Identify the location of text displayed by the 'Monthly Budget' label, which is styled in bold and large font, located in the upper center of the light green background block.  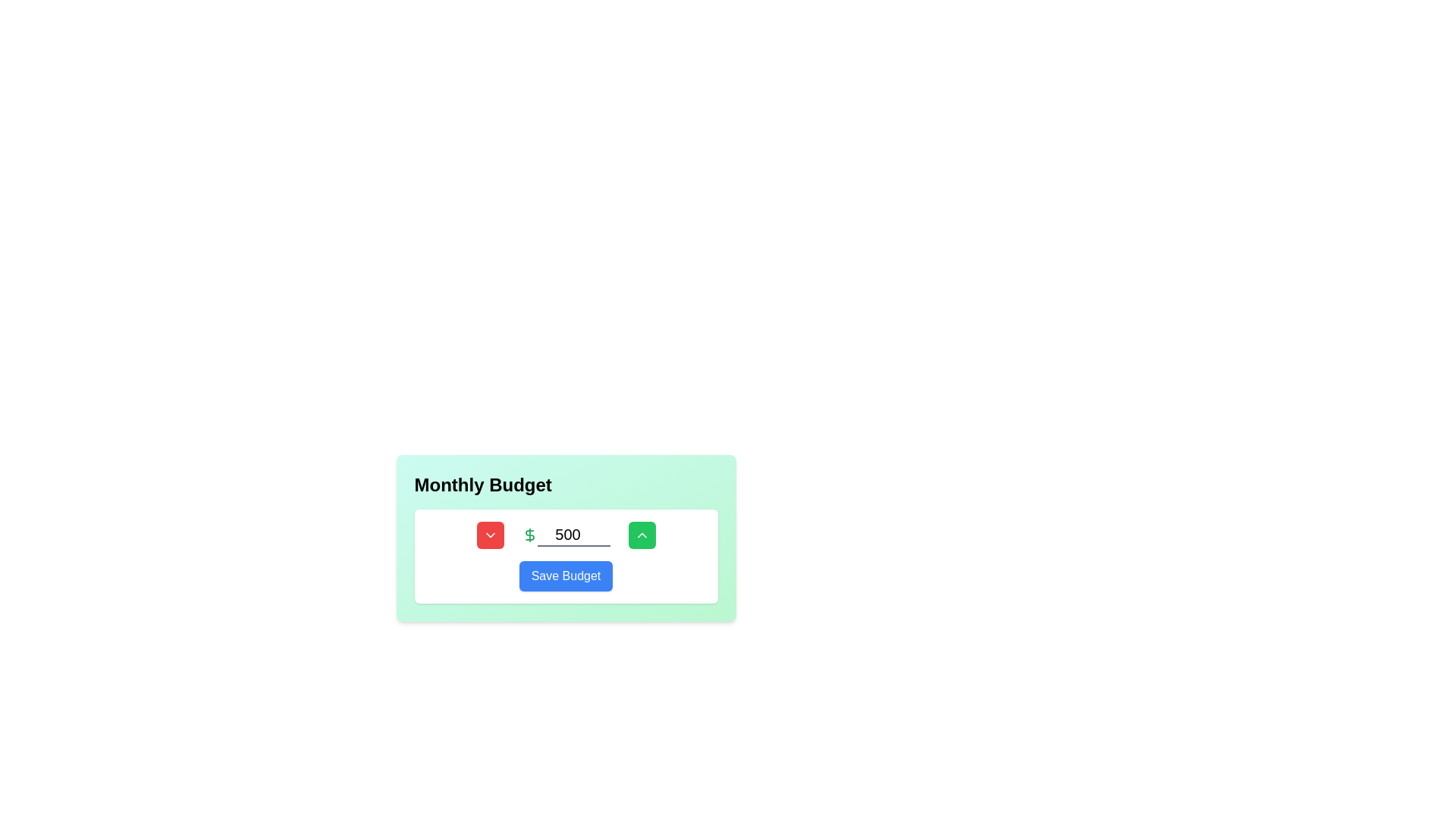
(482, 485).